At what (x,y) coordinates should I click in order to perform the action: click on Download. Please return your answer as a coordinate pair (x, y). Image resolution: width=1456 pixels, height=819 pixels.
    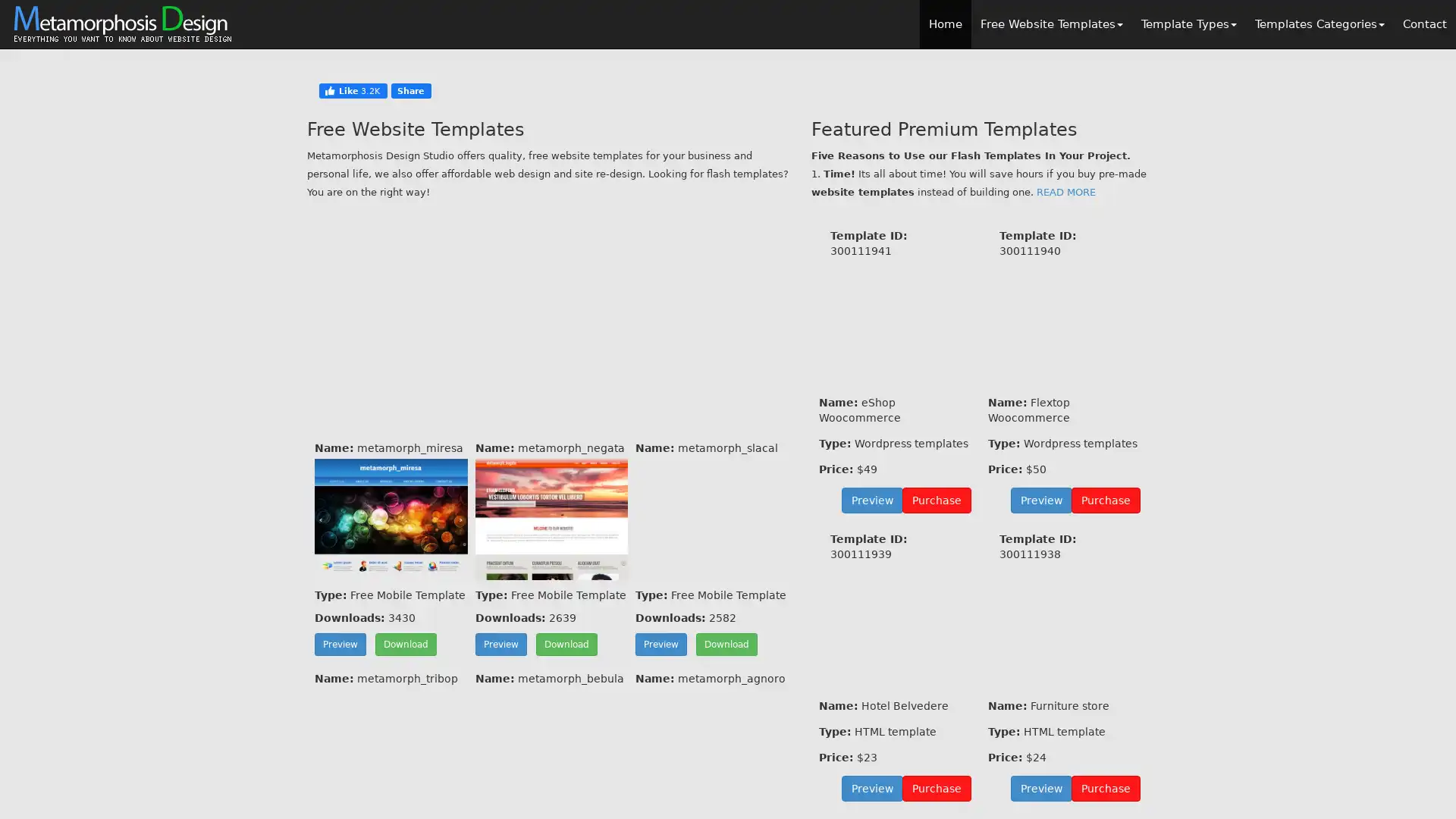
    Looking at the image, I should click on (565, 644).